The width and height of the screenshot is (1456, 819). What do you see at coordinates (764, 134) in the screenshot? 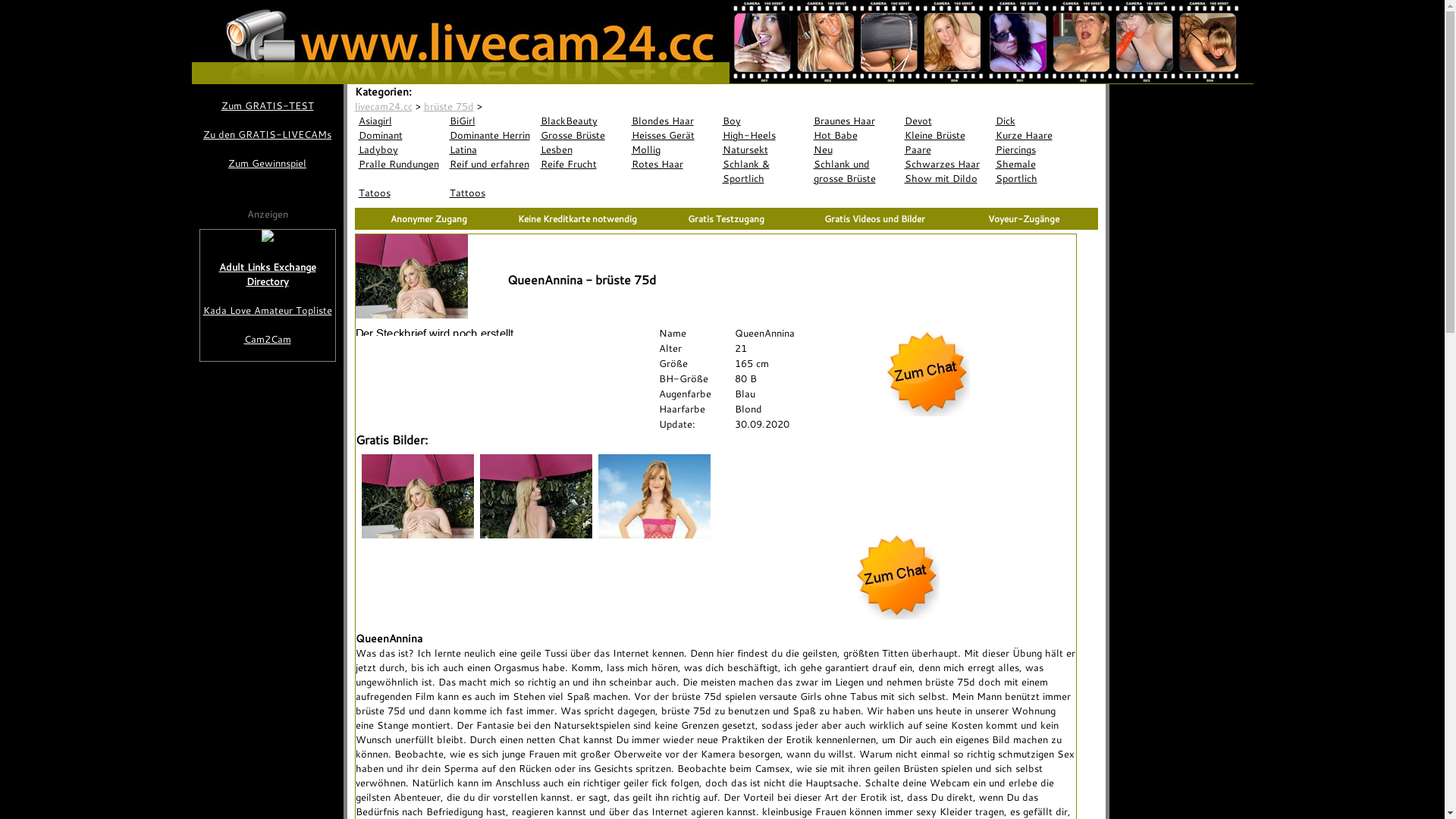
I see `'High-Heels'` at bounding box center [764, 134].